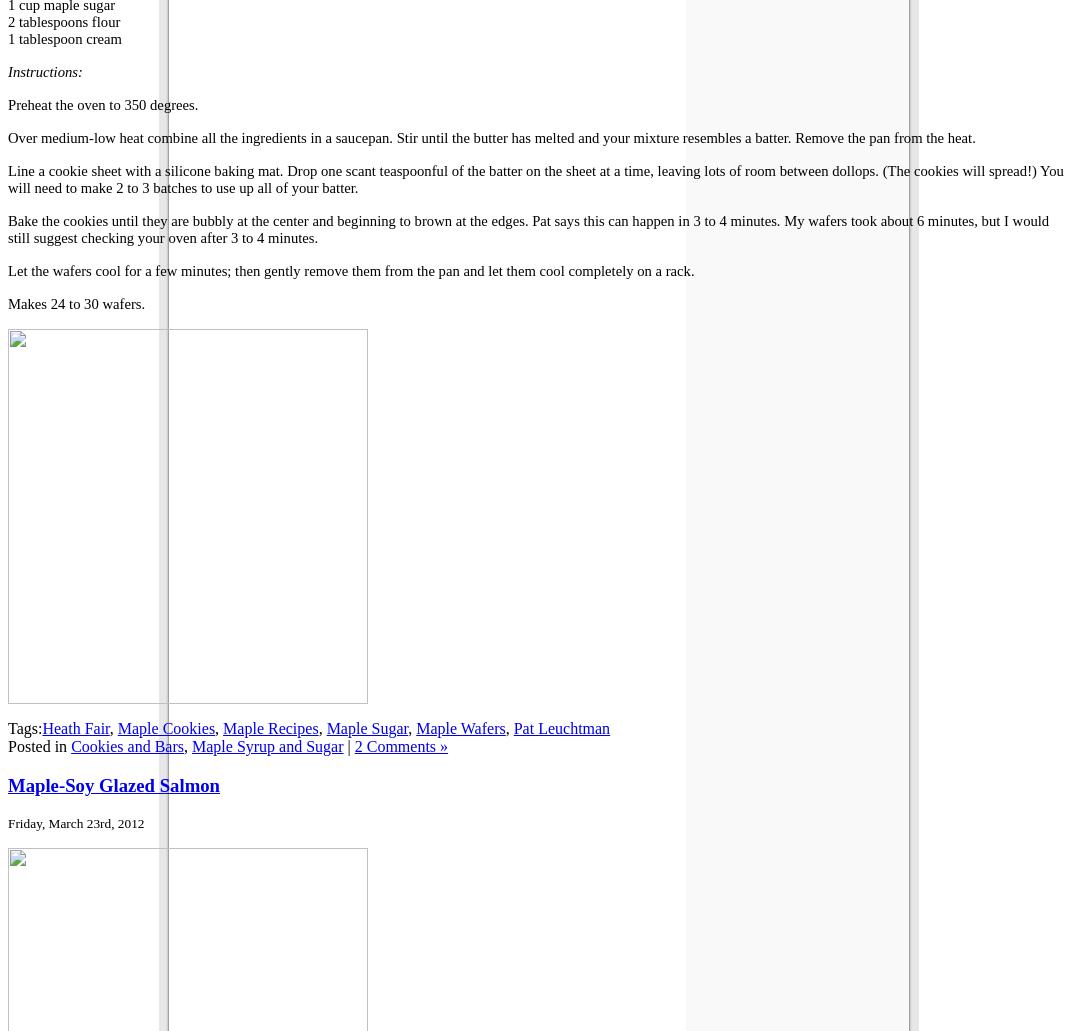 This screenshot has width=1077, height=1031. I want to click on 'Maple Recipes', so click(269, 727).